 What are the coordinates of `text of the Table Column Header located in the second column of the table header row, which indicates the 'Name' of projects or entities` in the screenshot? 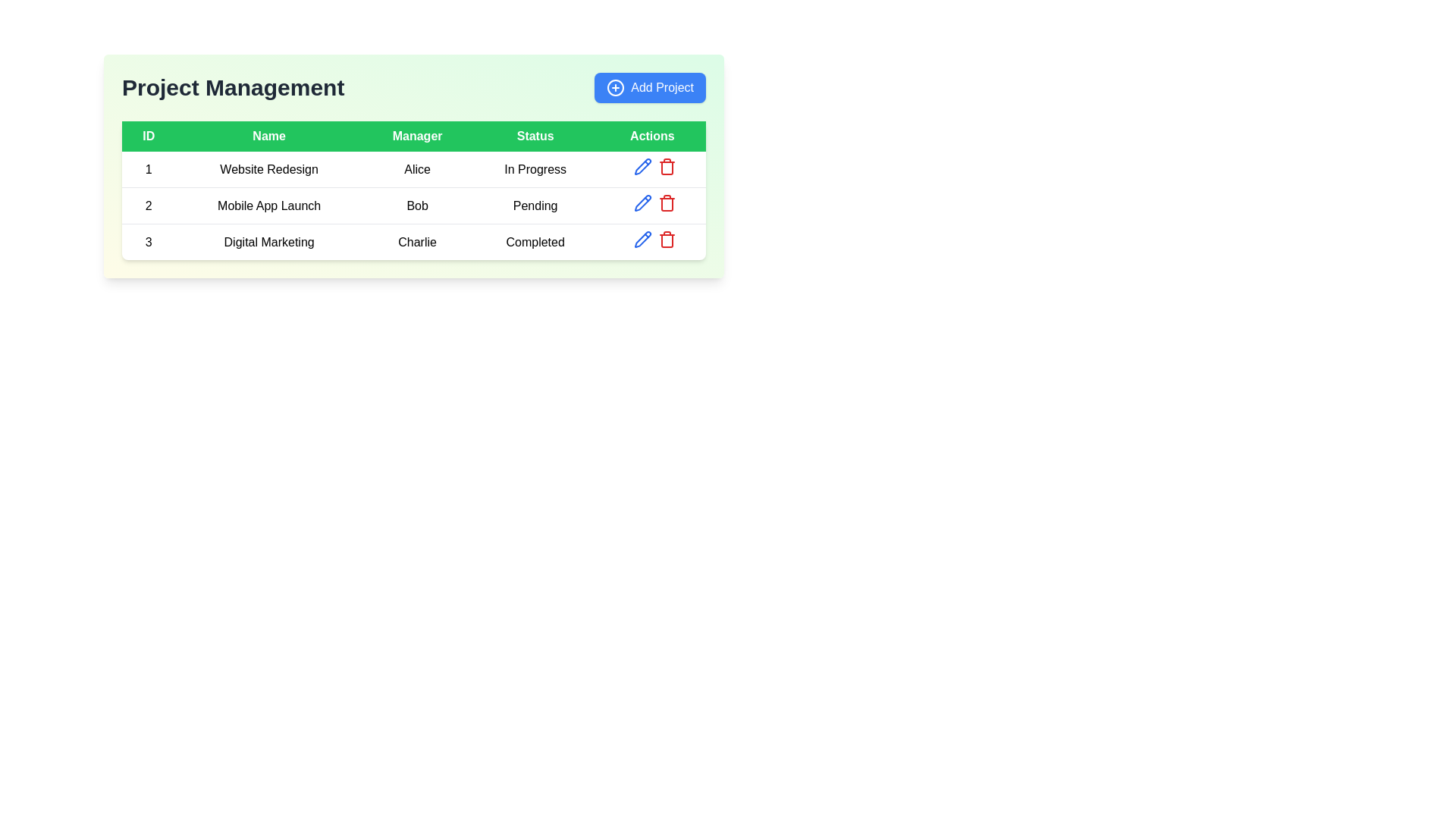 It's located at (269, 136).